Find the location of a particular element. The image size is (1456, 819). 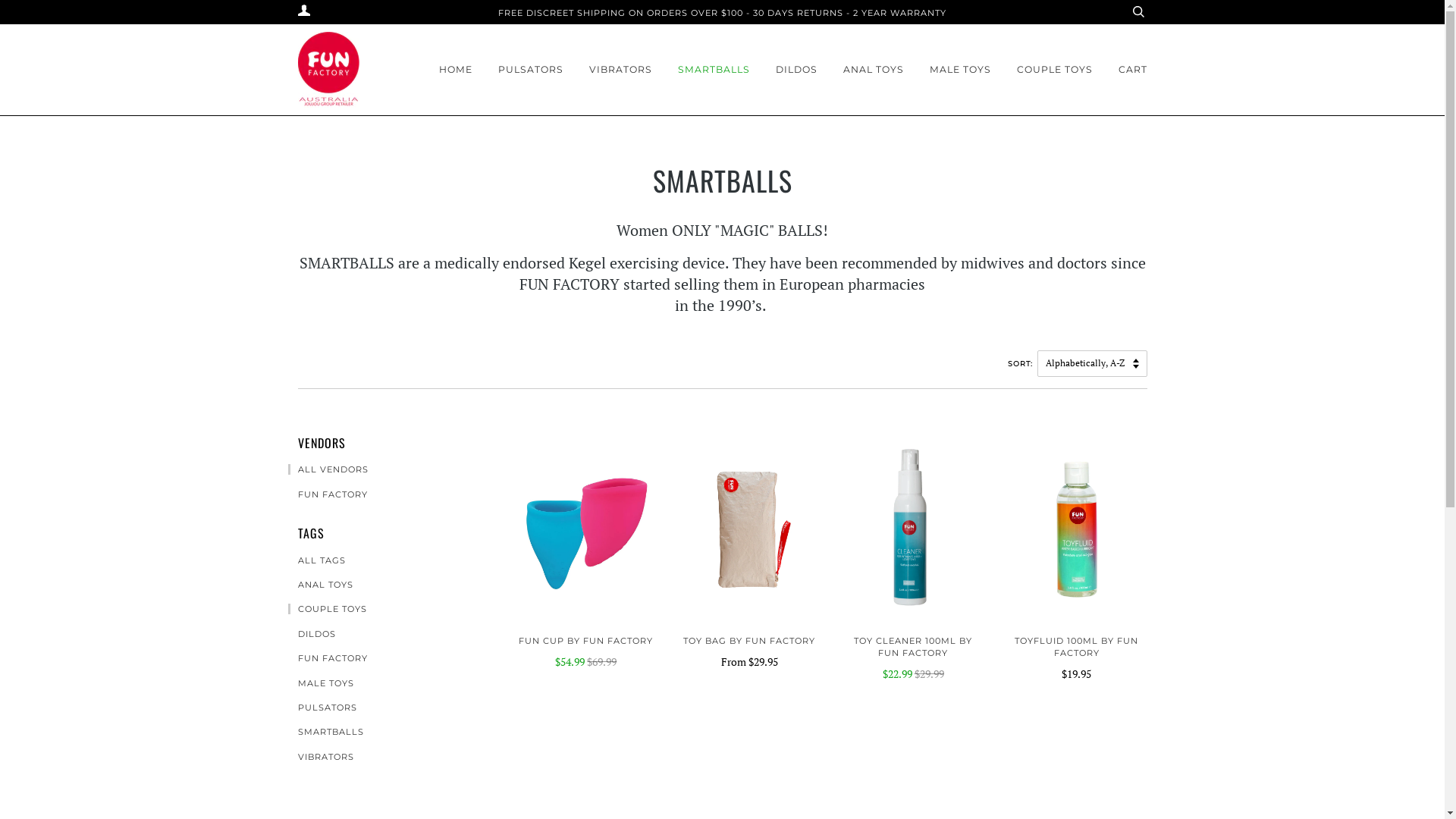

'ALL VENDORS' is located at coordinates (327, 468).